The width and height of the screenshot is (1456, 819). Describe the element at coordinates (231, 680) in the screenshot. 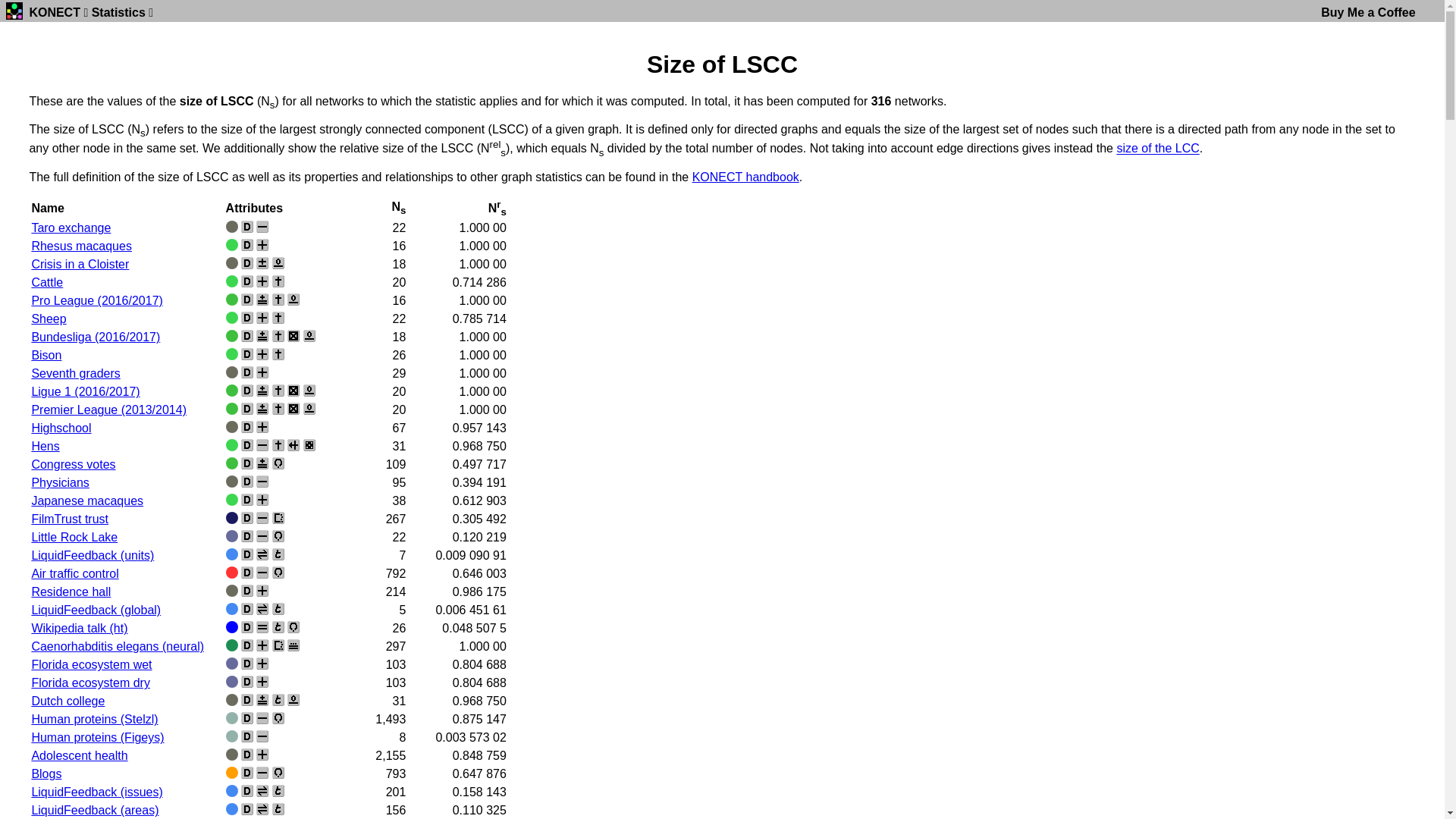

I see `'Trophic network'` at that location.